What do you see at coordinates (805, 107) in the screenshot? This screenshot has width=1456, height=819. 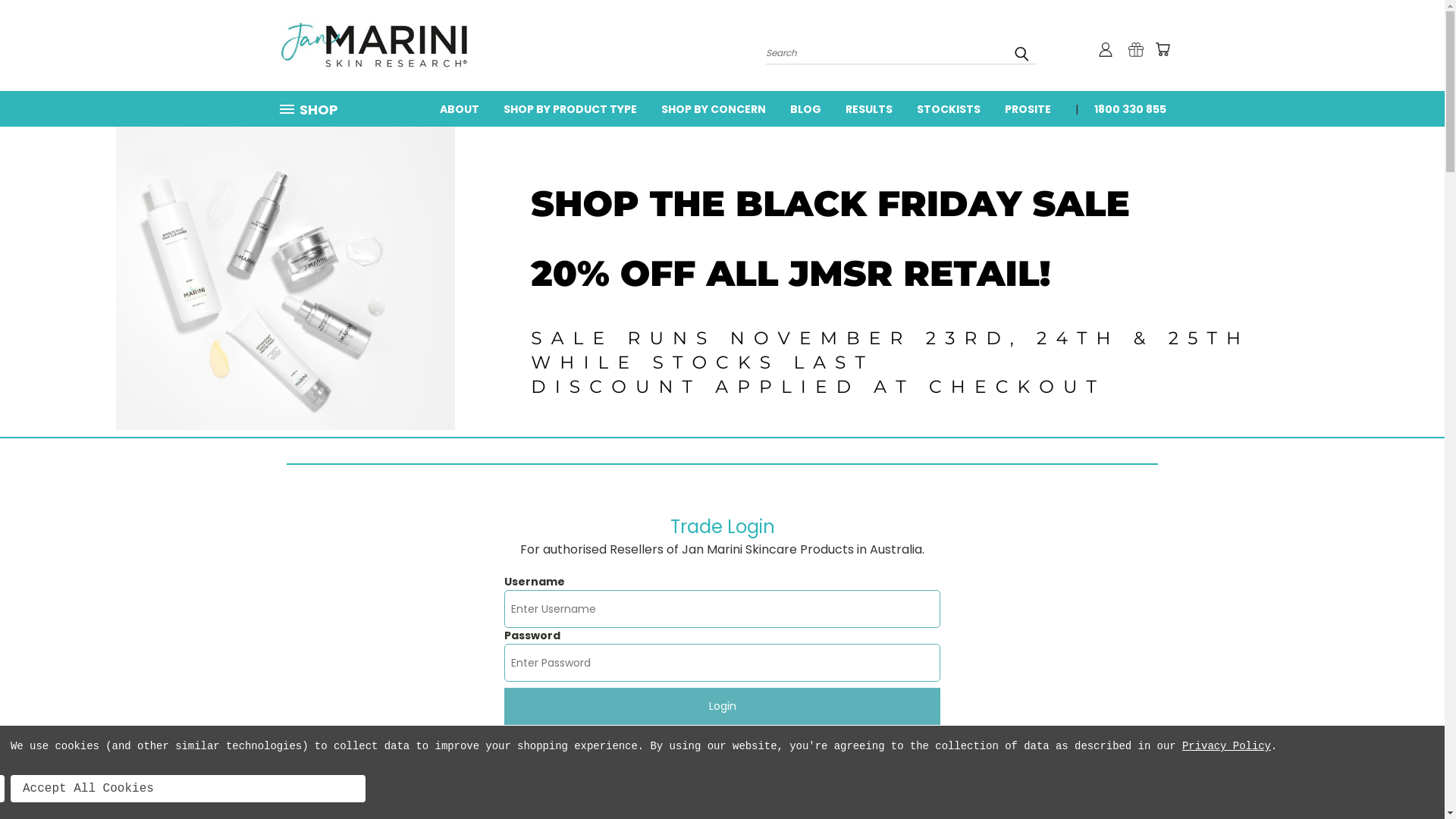 I see `'BLOG'` at bounding box center [805, 107].